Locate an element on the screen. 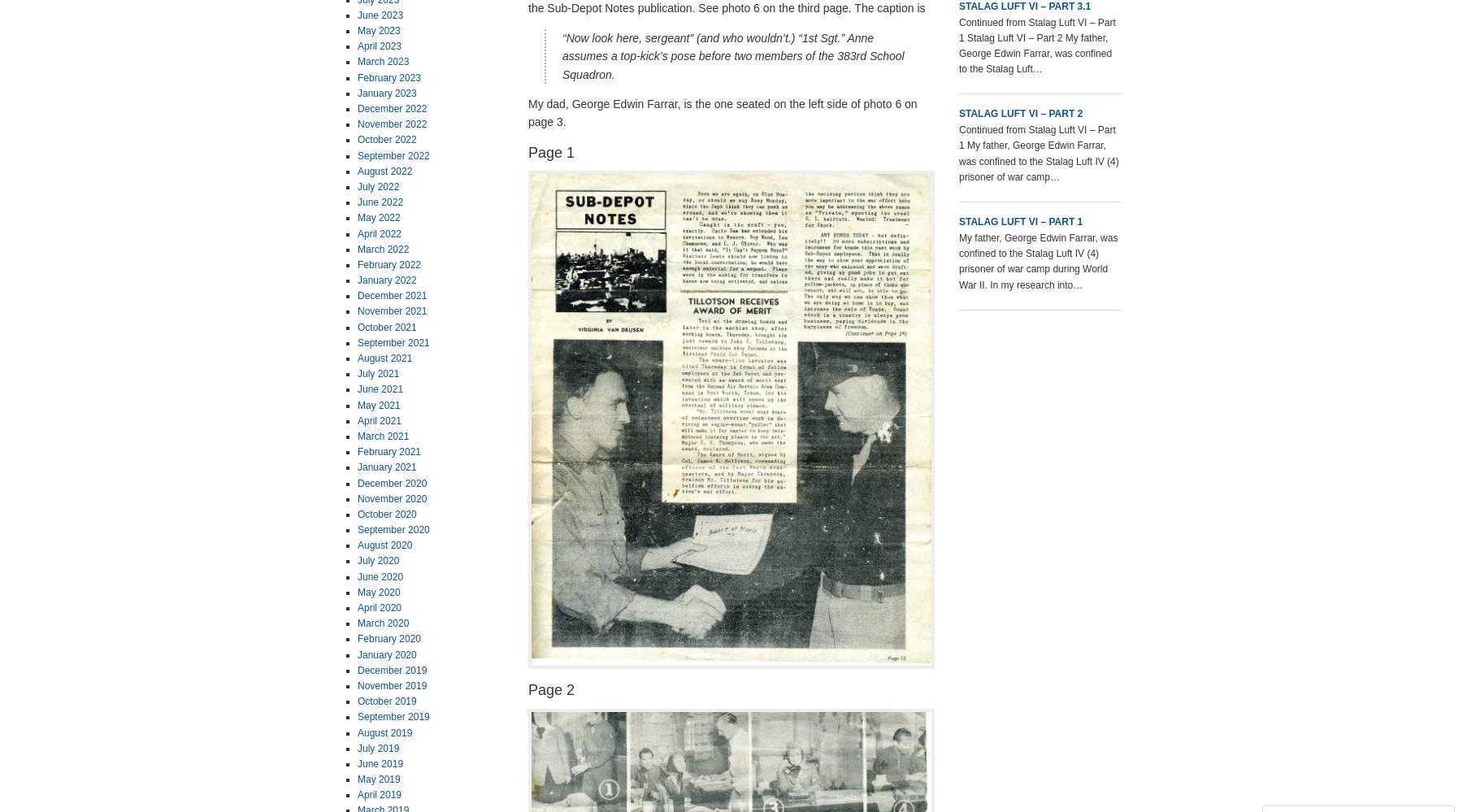 The width and height of the screenshot is (1463, 812). 'April 2022' is located at coordinates (378, 232).